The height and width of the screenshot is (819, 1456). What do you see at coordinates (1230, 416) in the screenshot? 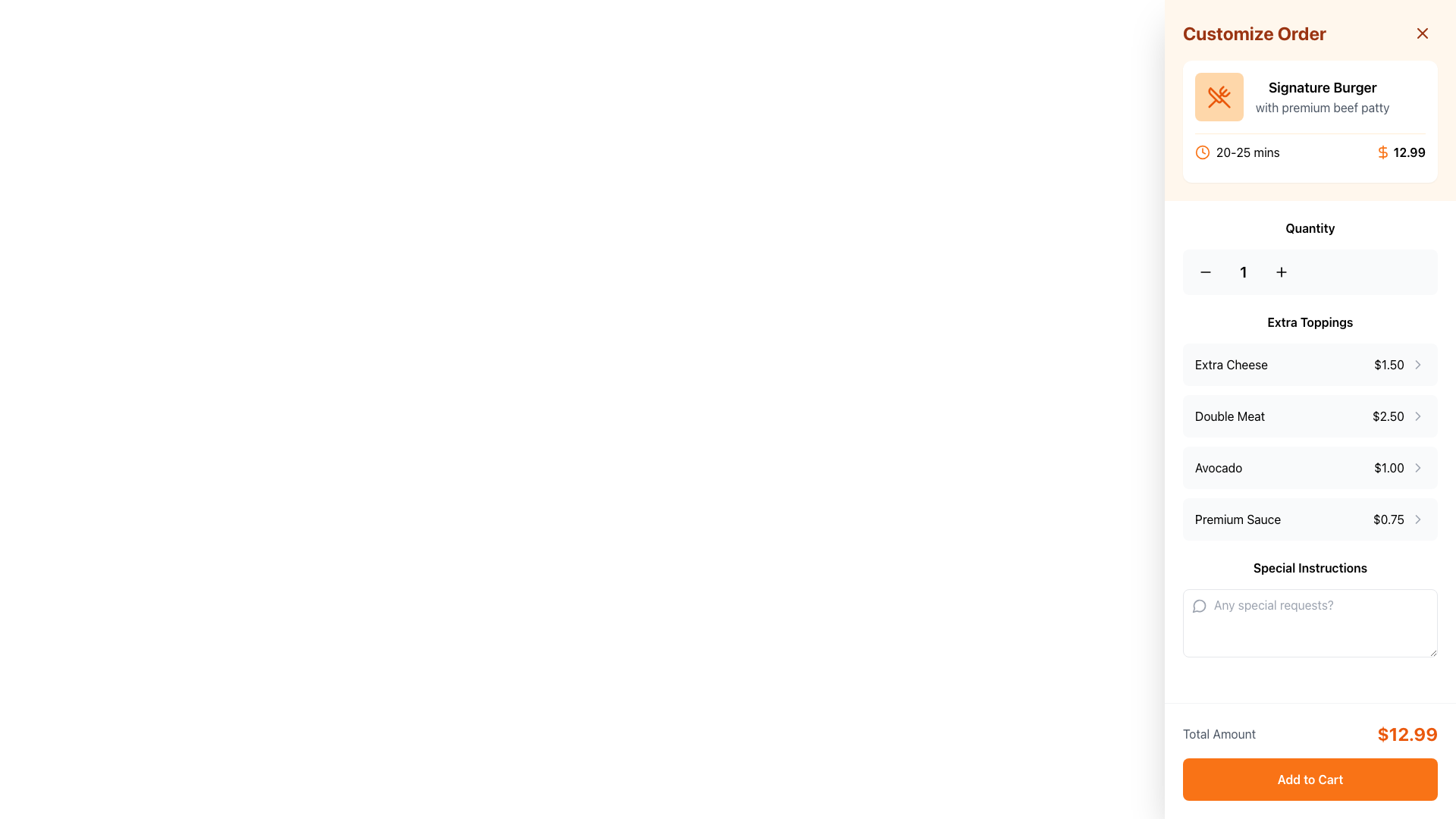
I see `the 'Double Meat' text label, which is displayed in bold black font as part of the extra toppings selection list, positioned between 'Extra Cheese' and 'Avocado'` at bounding box center [1230, 416].